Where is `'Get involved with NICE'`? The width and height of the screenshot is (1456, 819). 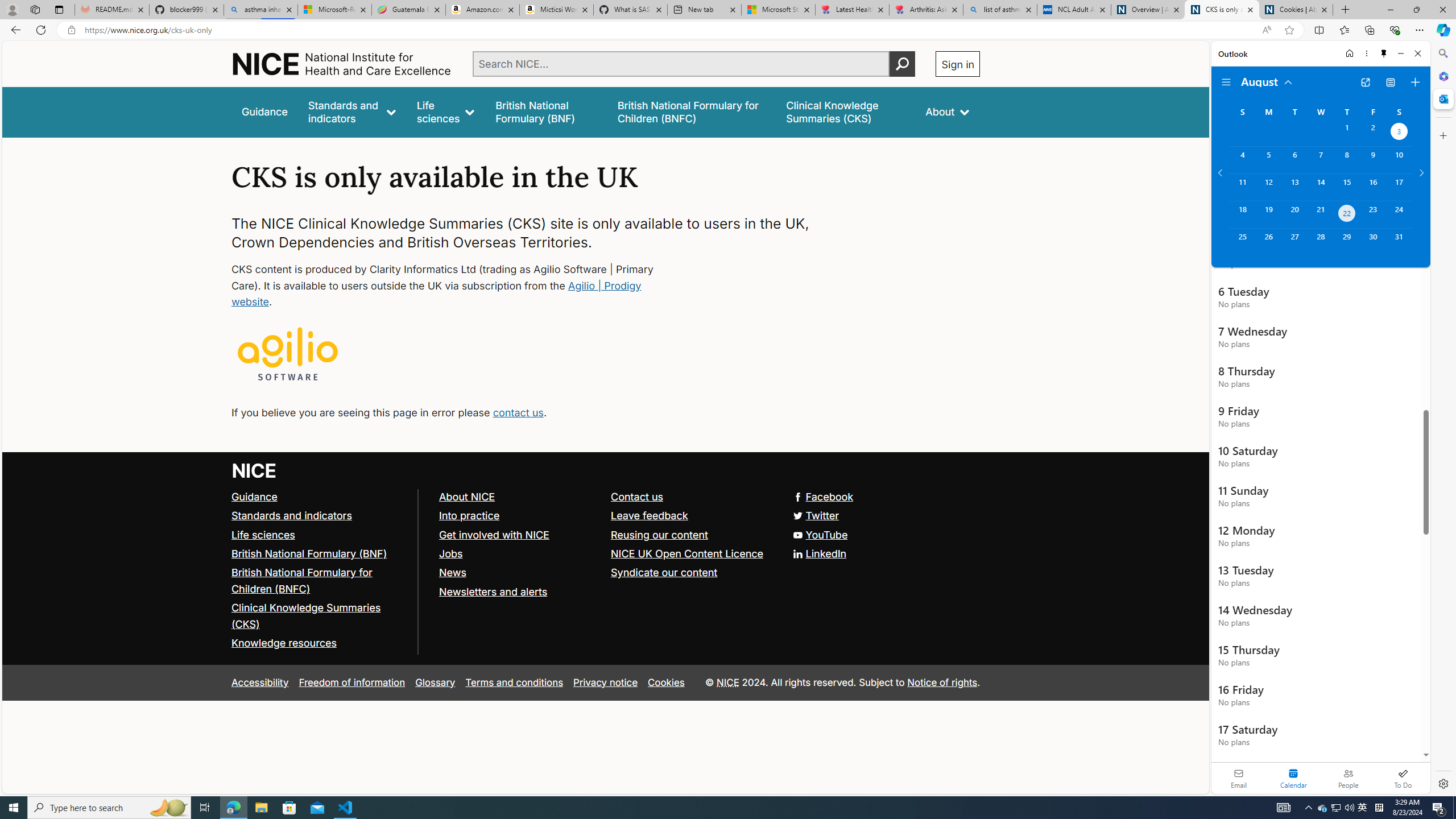
'Get involved with NICE' is located at coordinates (493, 533).